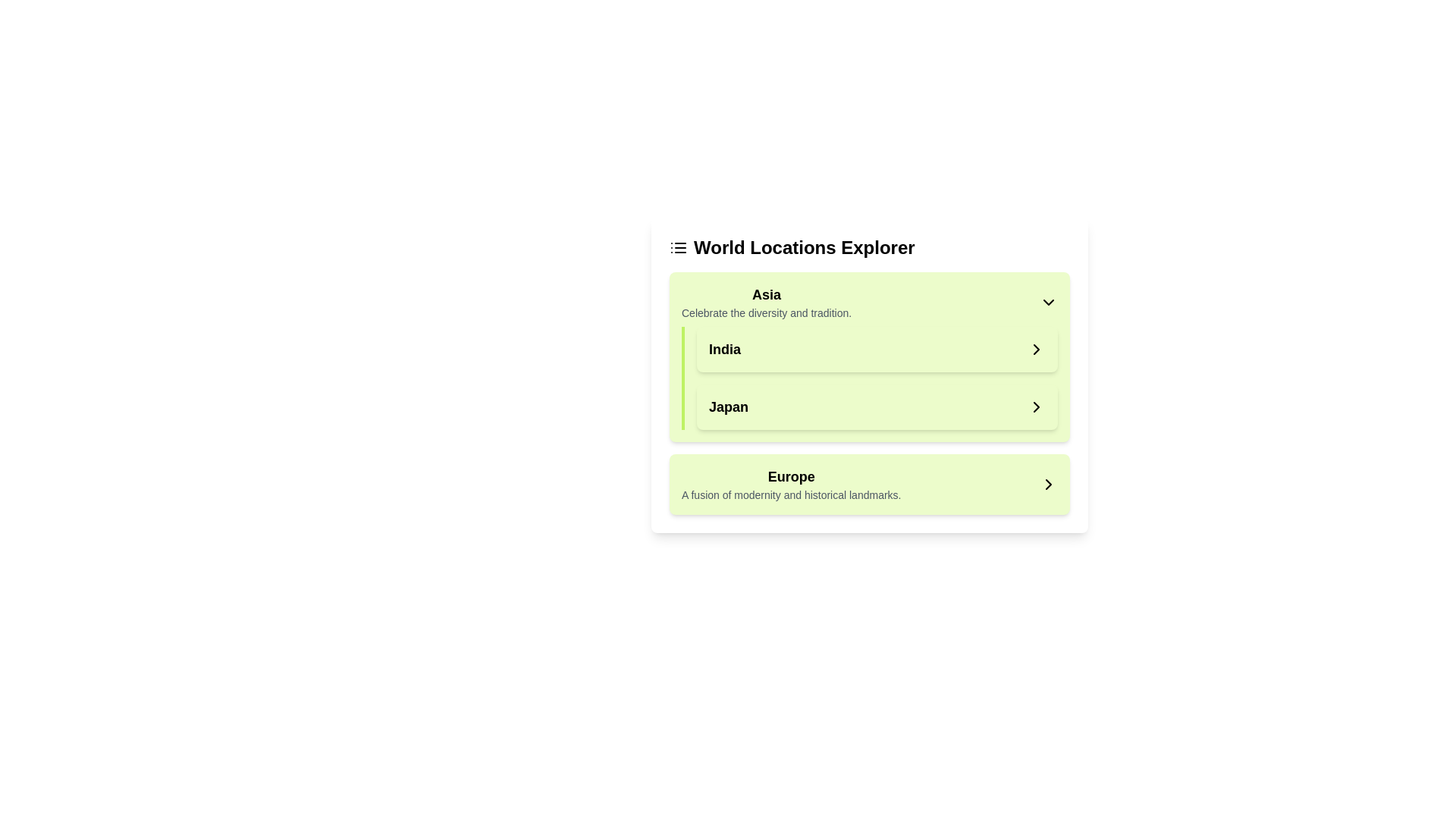  What do you see at coordinates (877, 350) in the screenshot?
I see `the first list item in the 'Asia' section that represents 'India'` at bounding box center [877, 350].